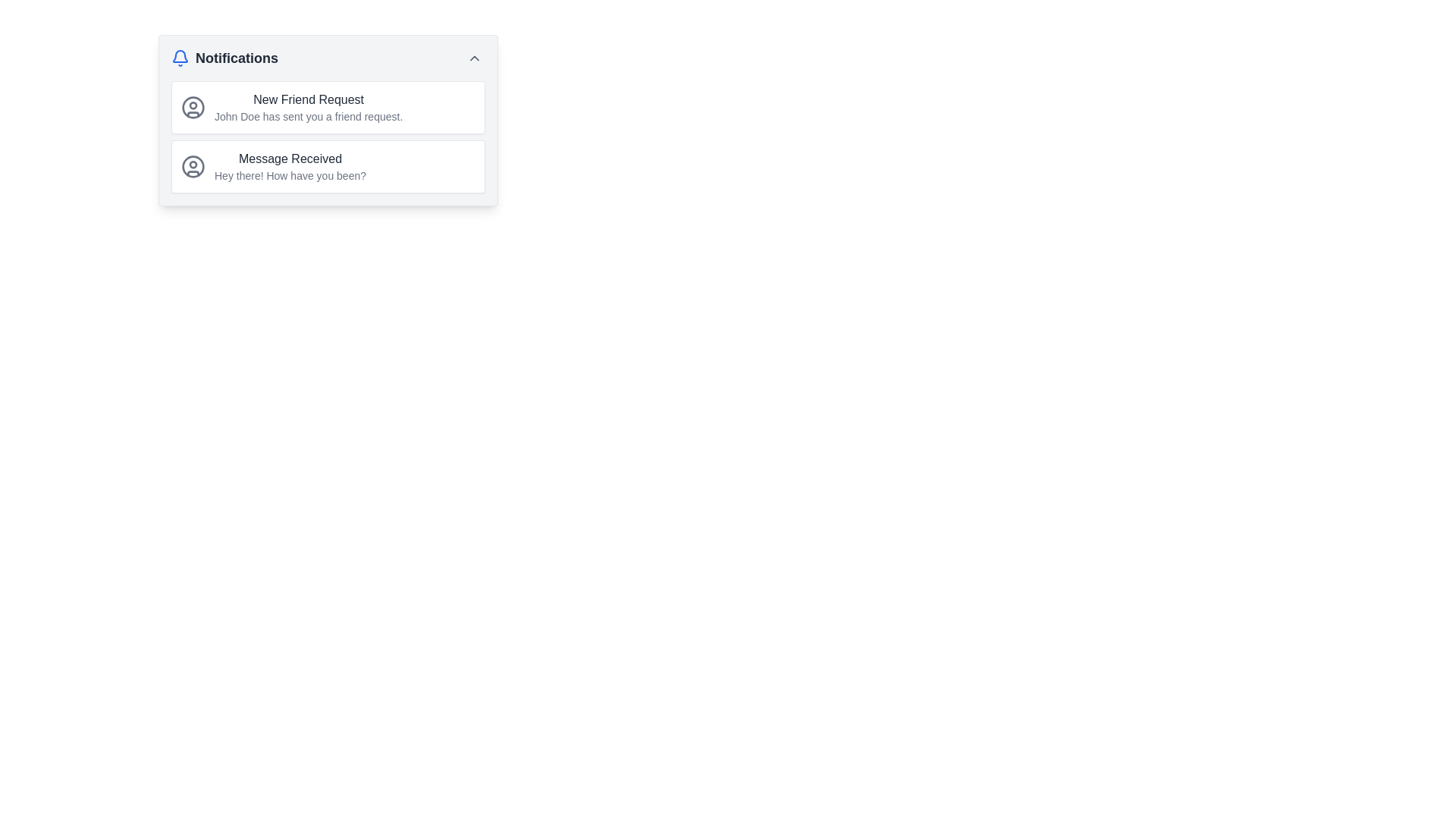  Describe the element at coordinates (473, 58) in the screenshot. I see `the button located in the top-right corner of the notifications bar, to the far right of the text 'Notifications'` at that location.